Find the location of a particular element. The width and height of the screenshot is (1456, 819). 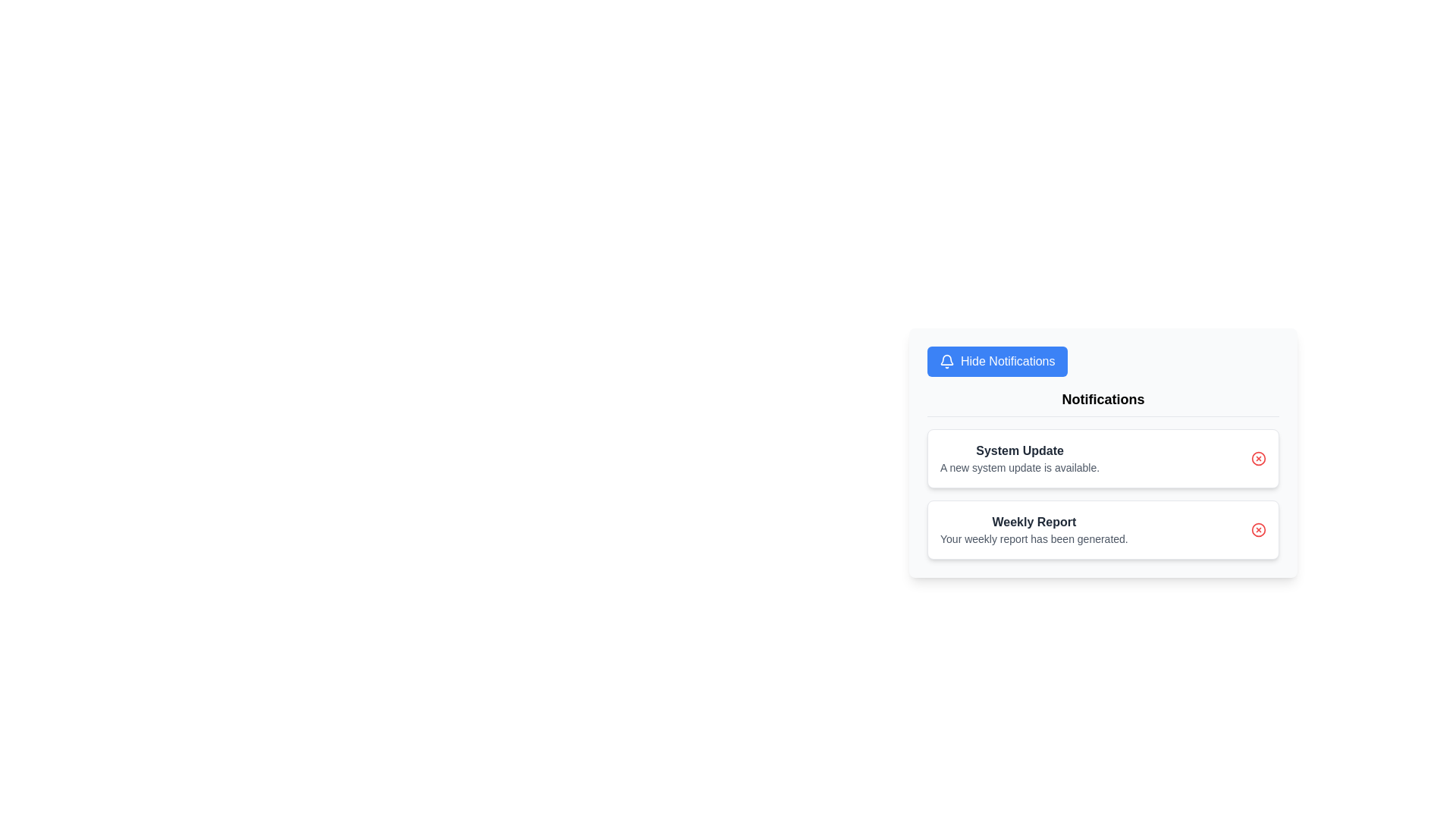

the first notification entry in the notifications section that informs the user about the availability of a new system update is located at coordinates (1020, 458).